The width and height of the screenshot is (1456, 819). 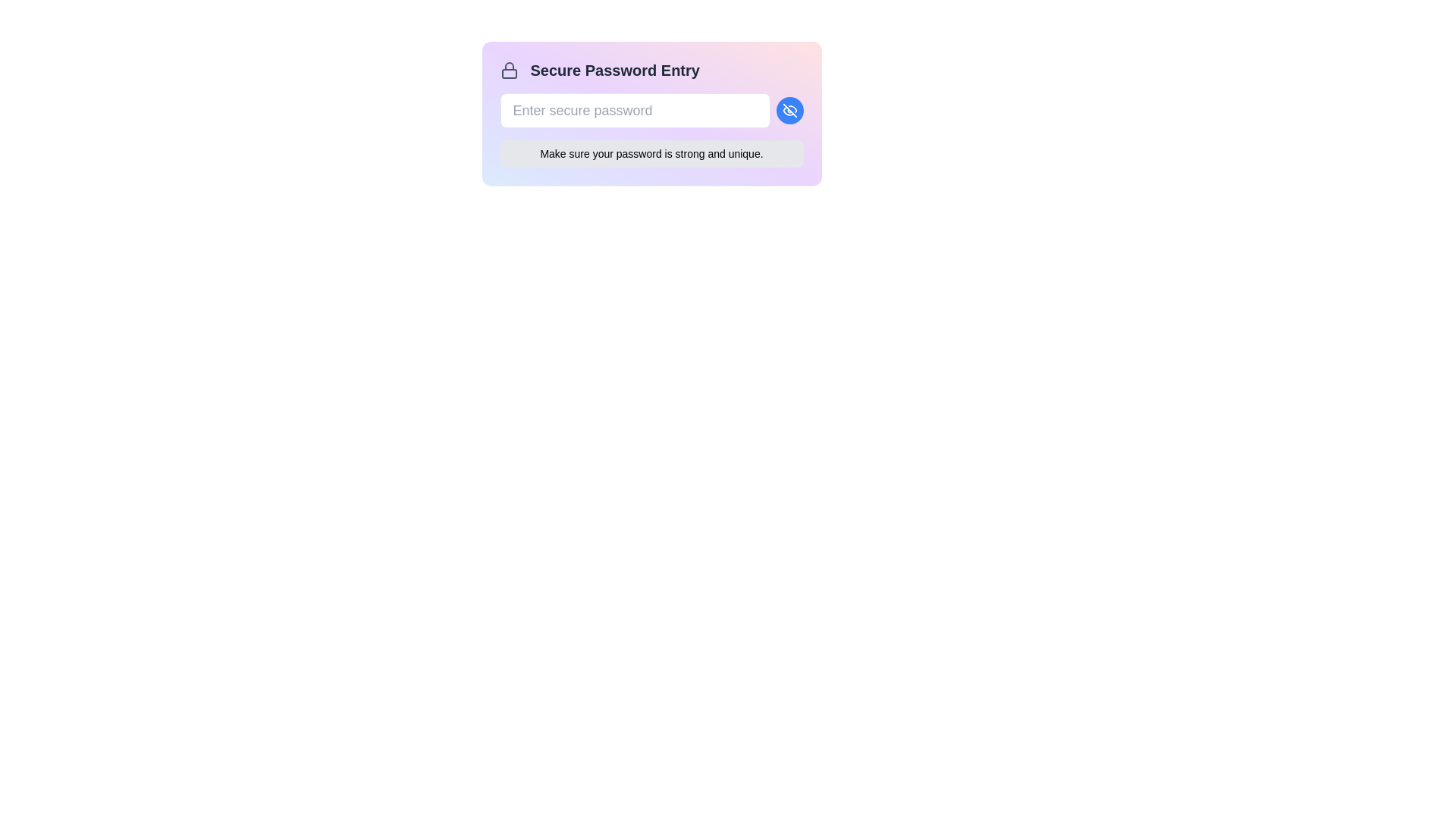 What do you see at coordinates (789, 110) in the screenshot?
I see `the 'eye-off' icon with a blue circular background located in the upper-right corner of the password input field` at bounding box center [789, 110].